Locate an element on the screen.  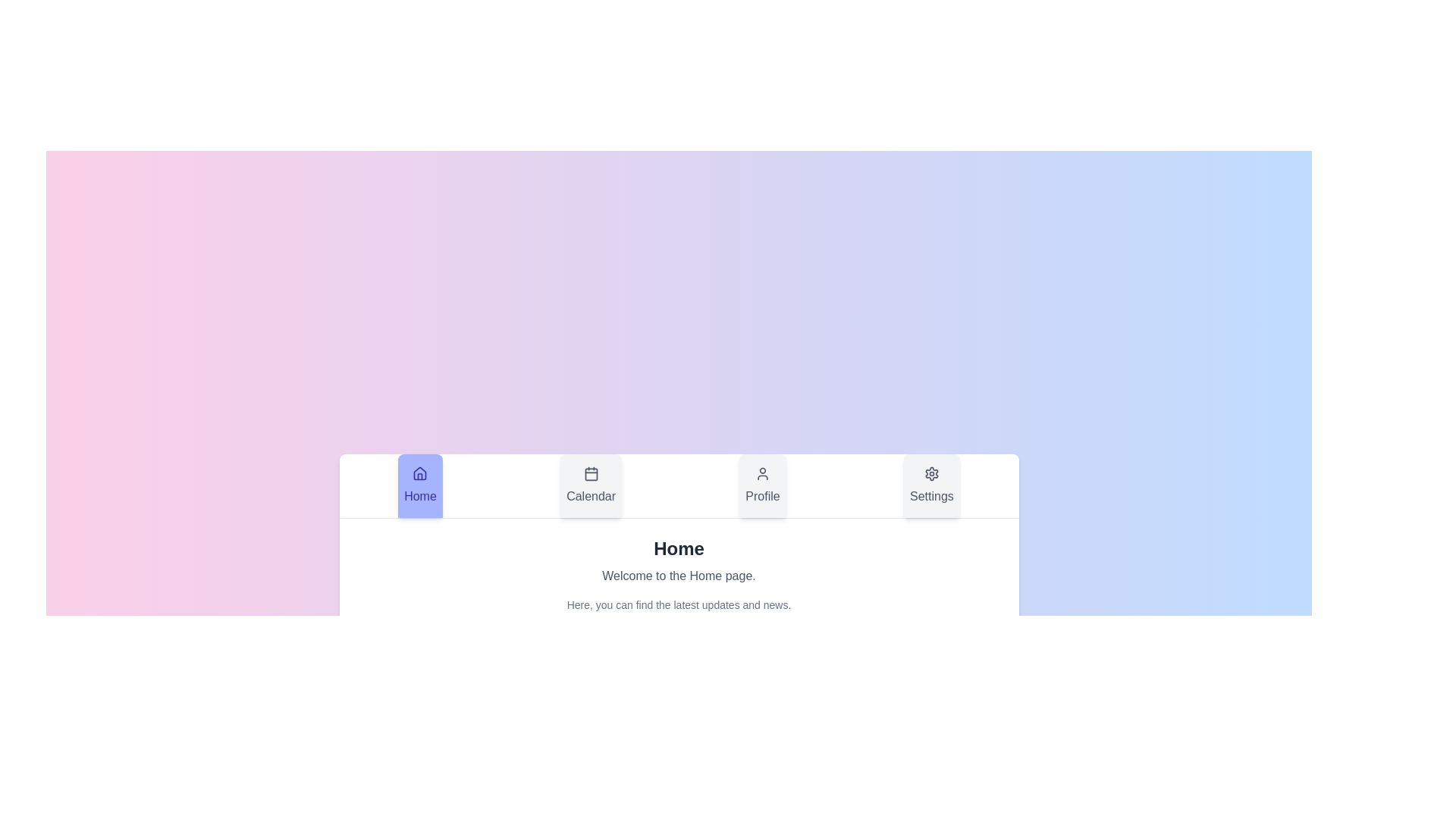
the tab labeled Settings is located at coordinates (930, 485).